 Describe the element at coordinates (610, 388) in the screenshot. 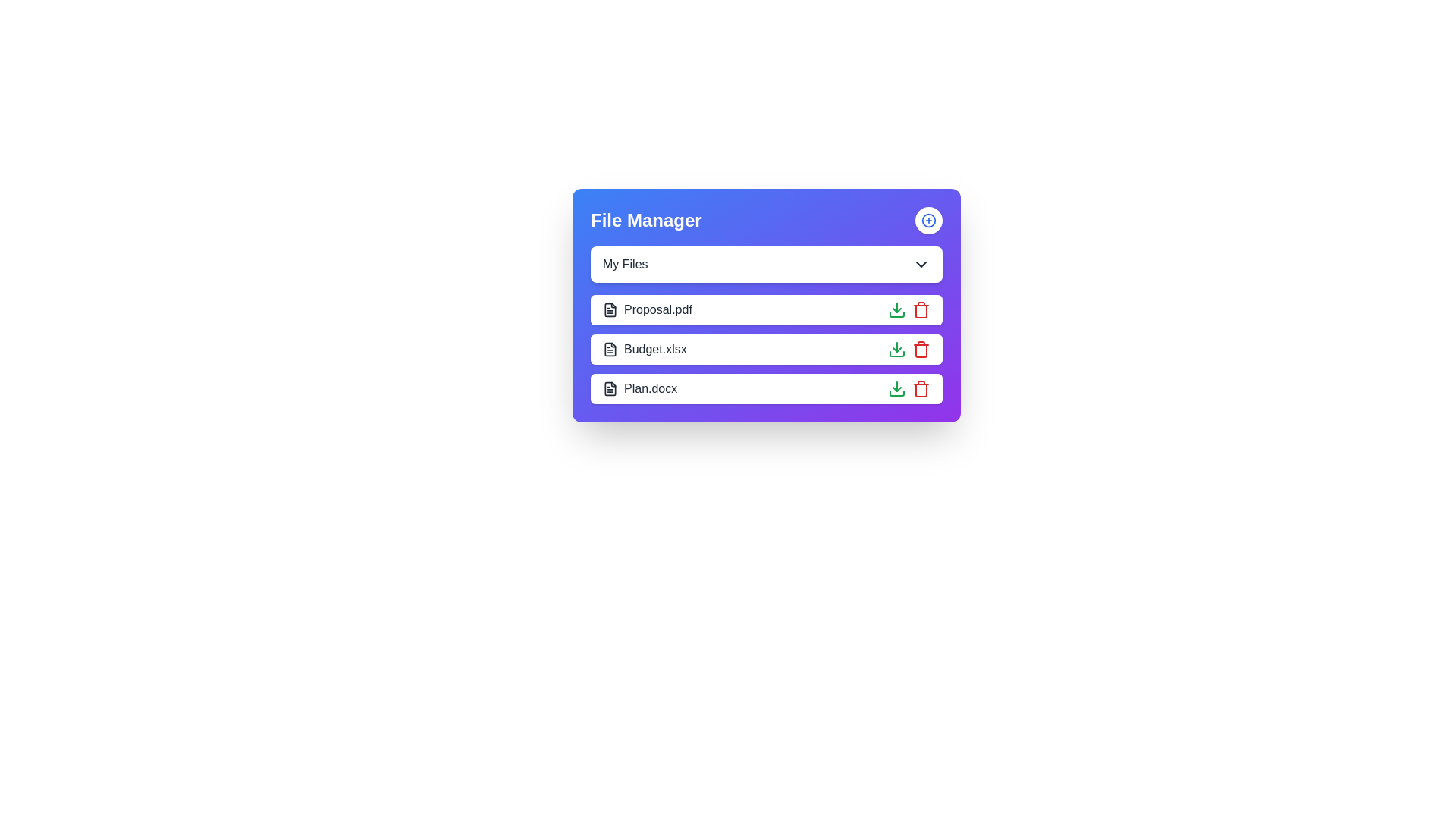

I see `the document icon representing 'Plan.docx', which is positioned at the far left of the file row and features a rectangular shape with a folded corner` at that location.